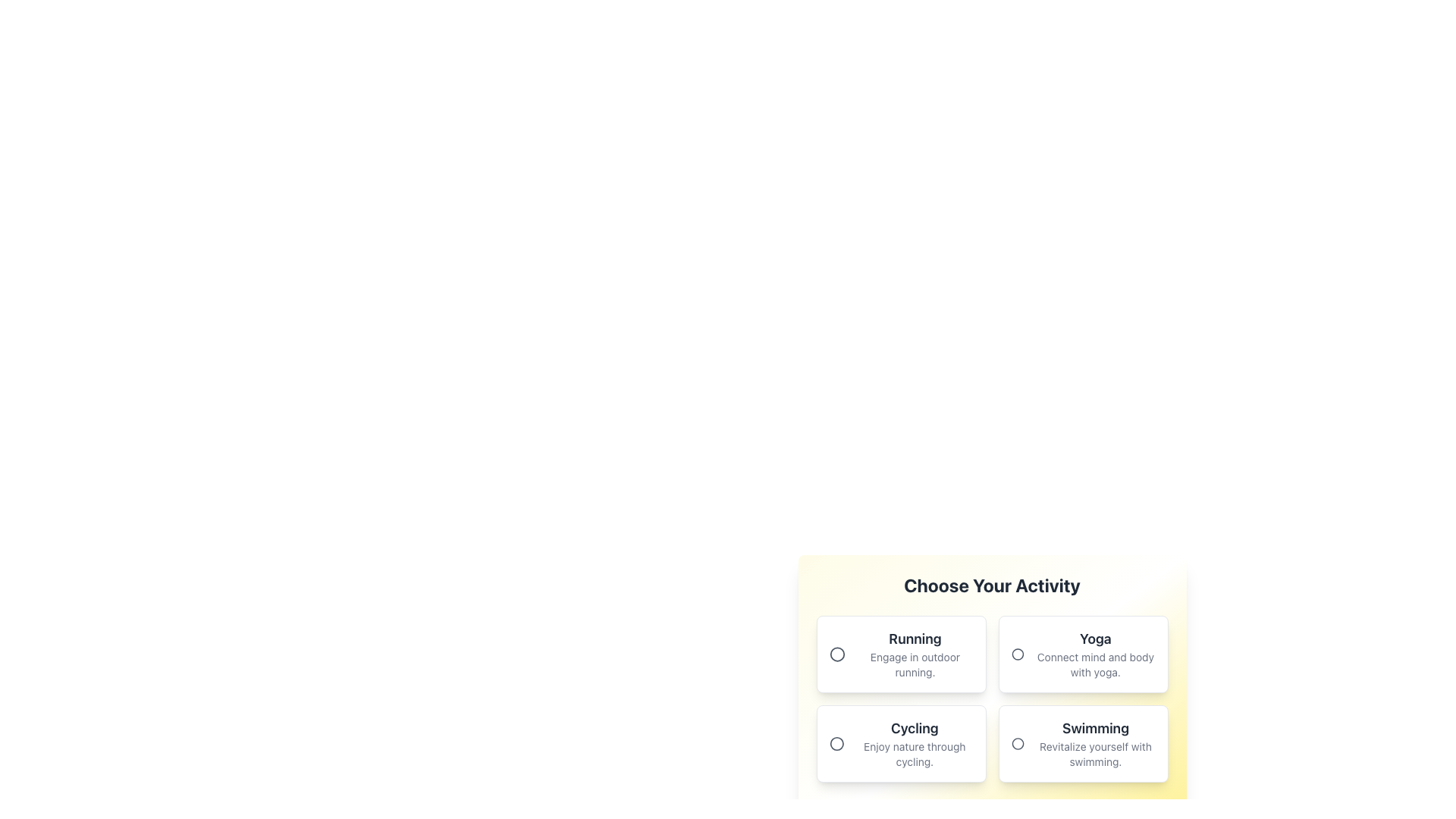 This screenshot has width=1456, height=819. I want to click on the circular radio button styled as an icon with a solid gray center located within the 'Running' card in the top-left corner of the grid, so click(836, 654).